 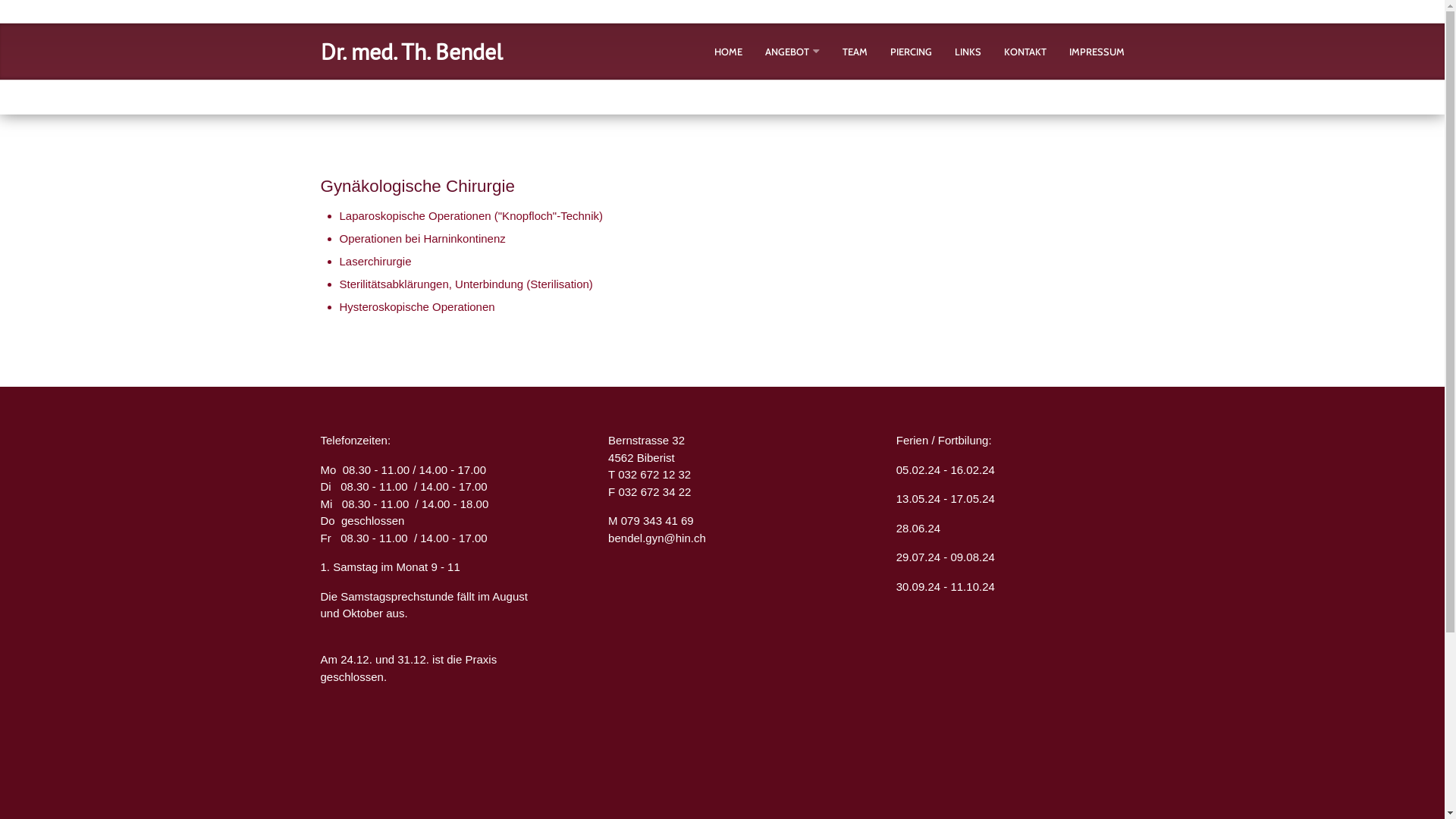 What do you see at coordinates (728, 51) in the screenshot?
I see `'HOME'` at bounding box center [728, 51].